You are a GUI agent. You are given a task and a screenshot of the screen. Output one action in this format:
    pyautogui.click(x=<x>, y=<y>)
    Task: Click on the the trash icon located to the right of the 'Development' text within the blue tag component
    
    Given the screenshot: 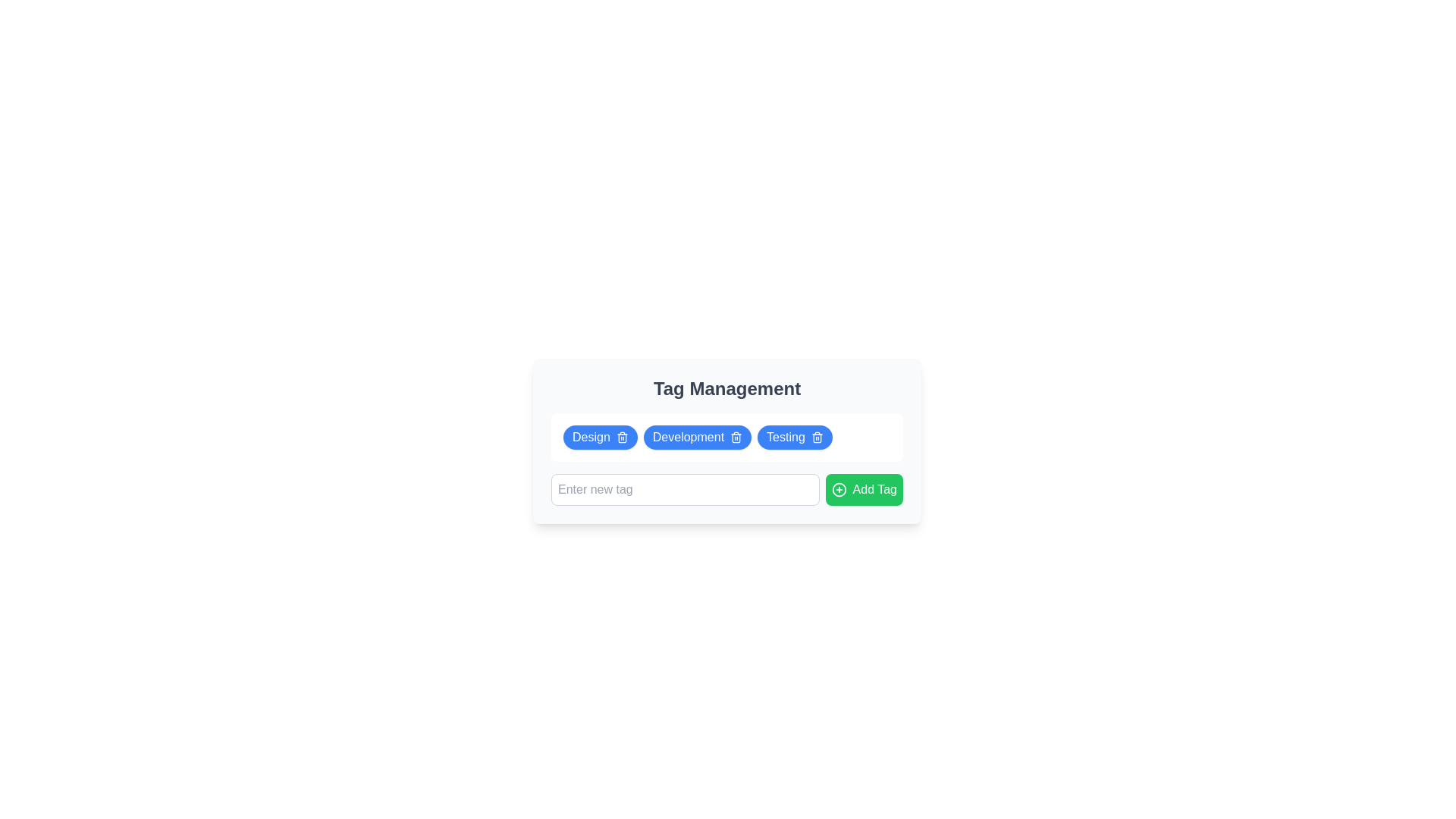 What is the action you would take?
    pyautogui.click(x=736, y=438)
    